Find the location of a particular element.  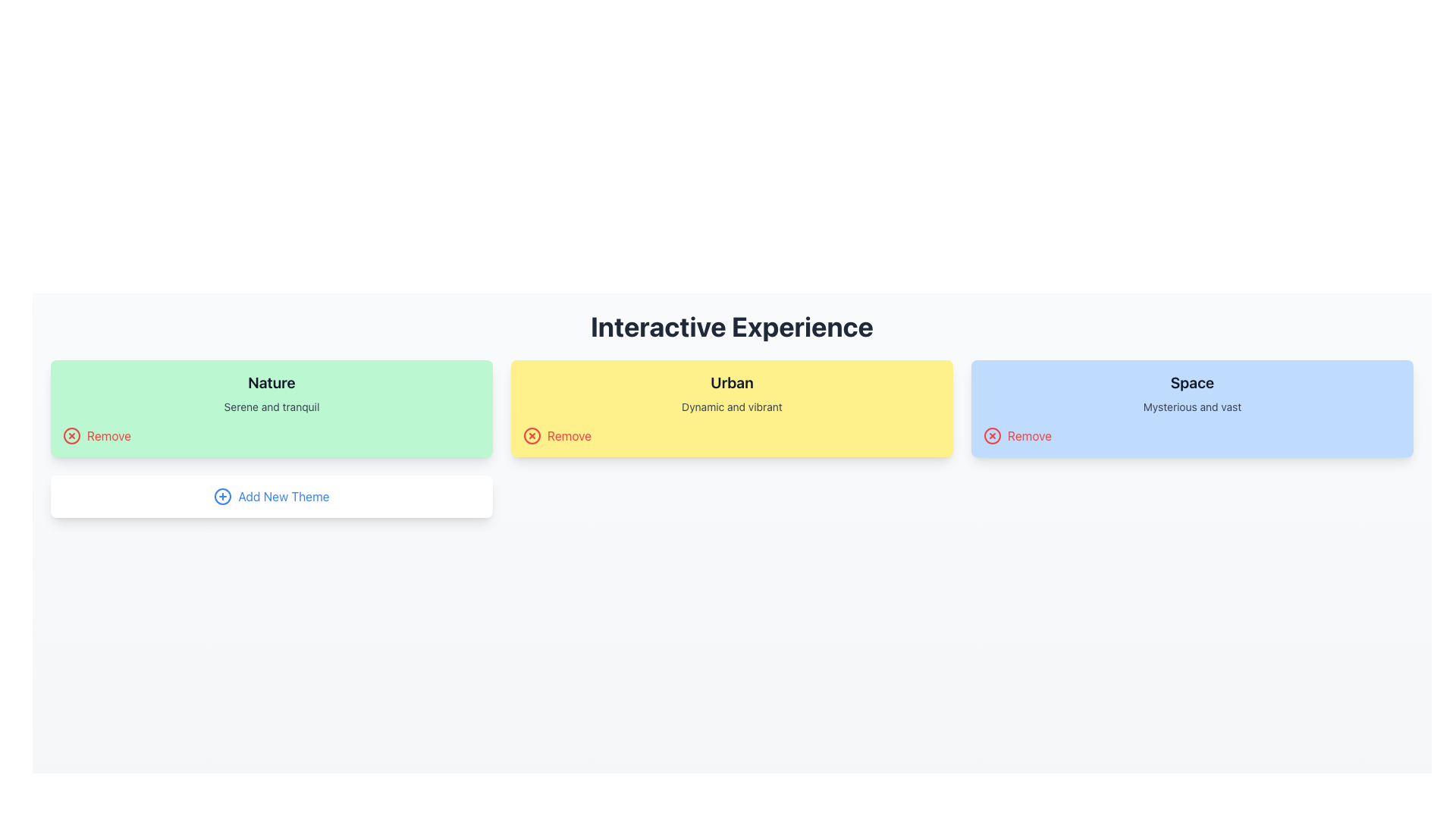

the text label displaying 'Urban', which is styled with a bold font on a yellow rectangular background, located in the middle card of three horizontally arranged cards is located at coordinates (732, 382).